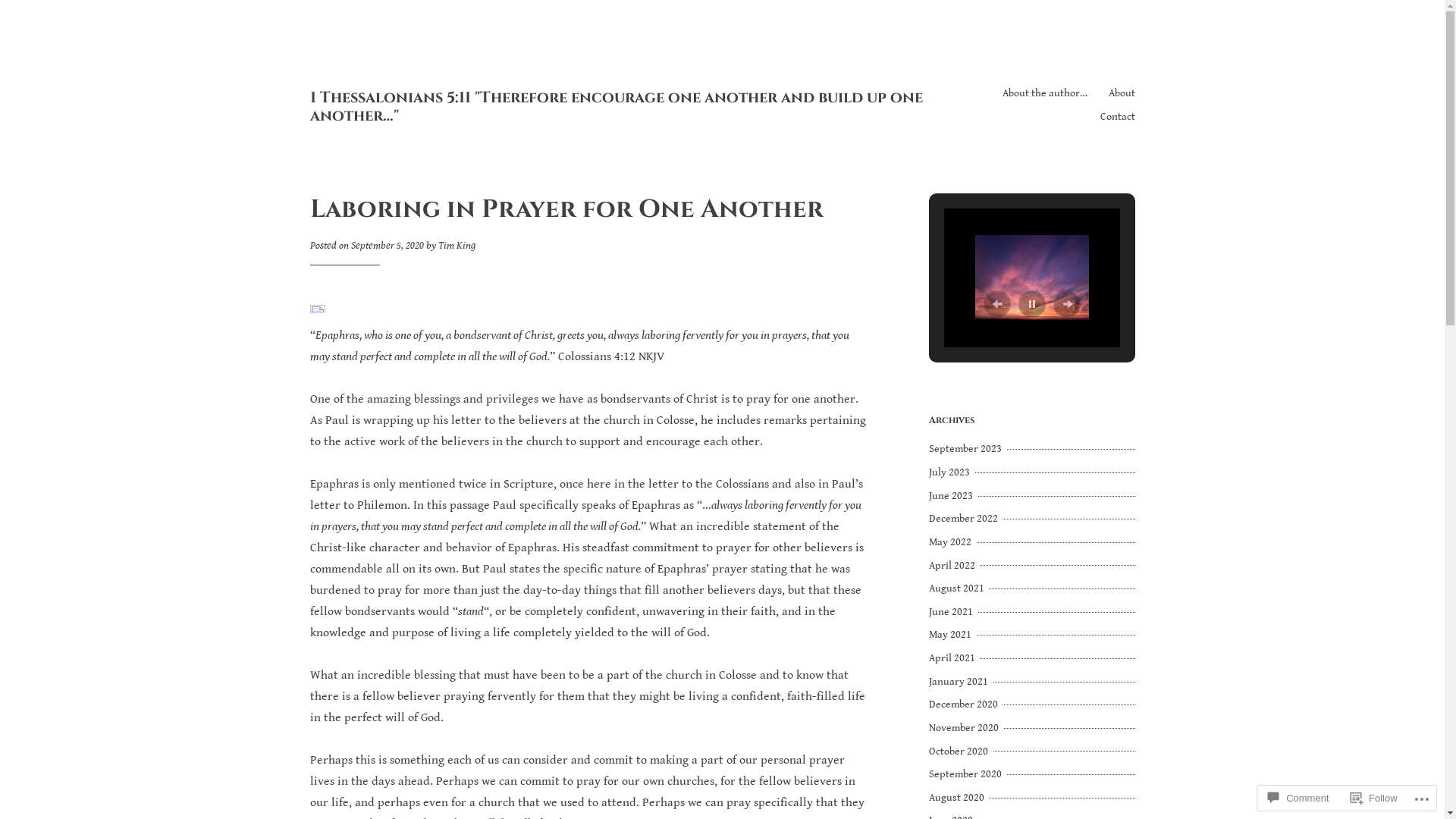 The image size is (1456, 819). Describe the element at coordinates (386, 245) in the screenshot. I see `'September 5, 2020'` at that location.